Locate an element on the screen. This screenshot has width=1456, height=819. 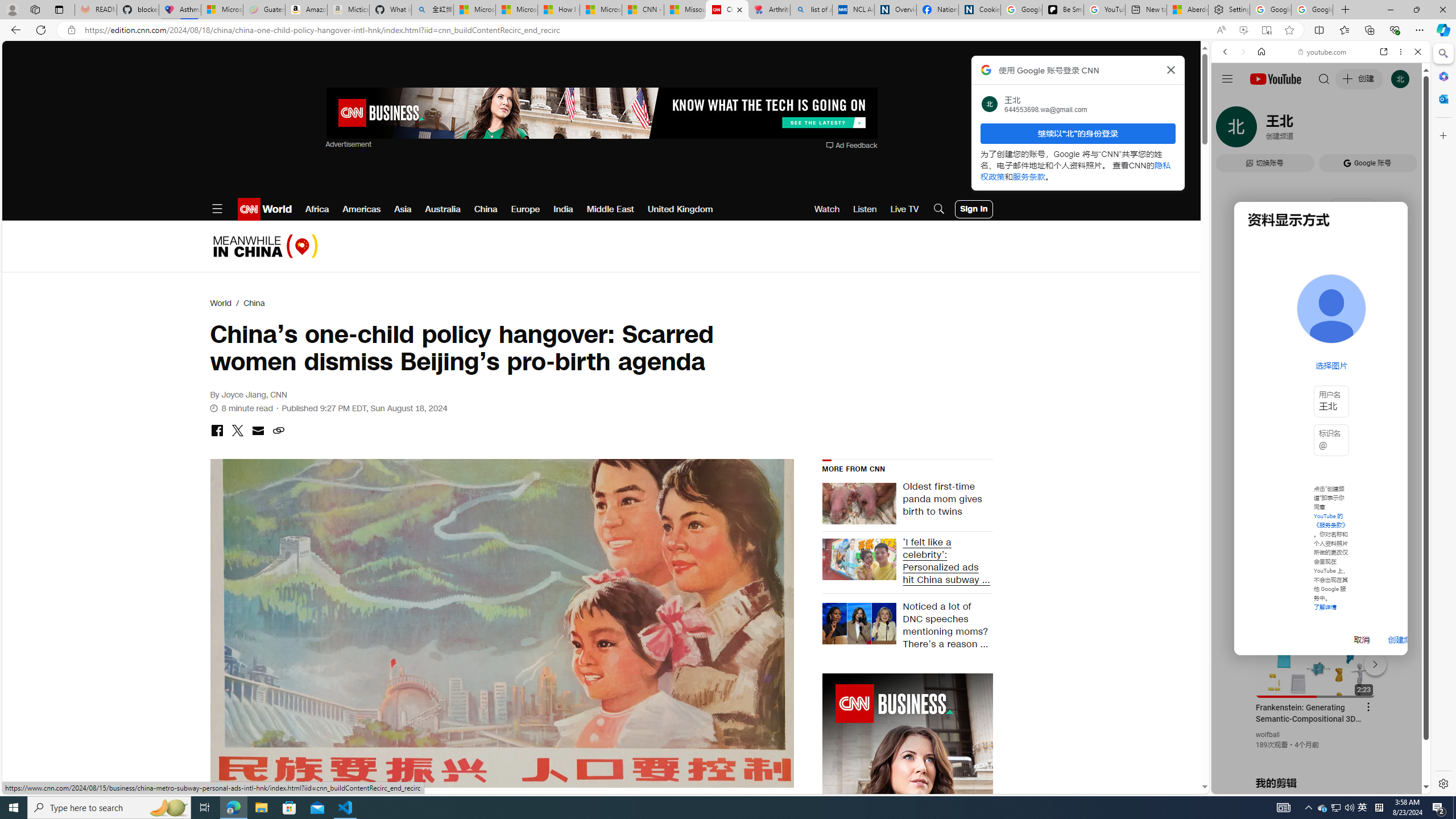
'Africa' is located at coordinates (317, 209).